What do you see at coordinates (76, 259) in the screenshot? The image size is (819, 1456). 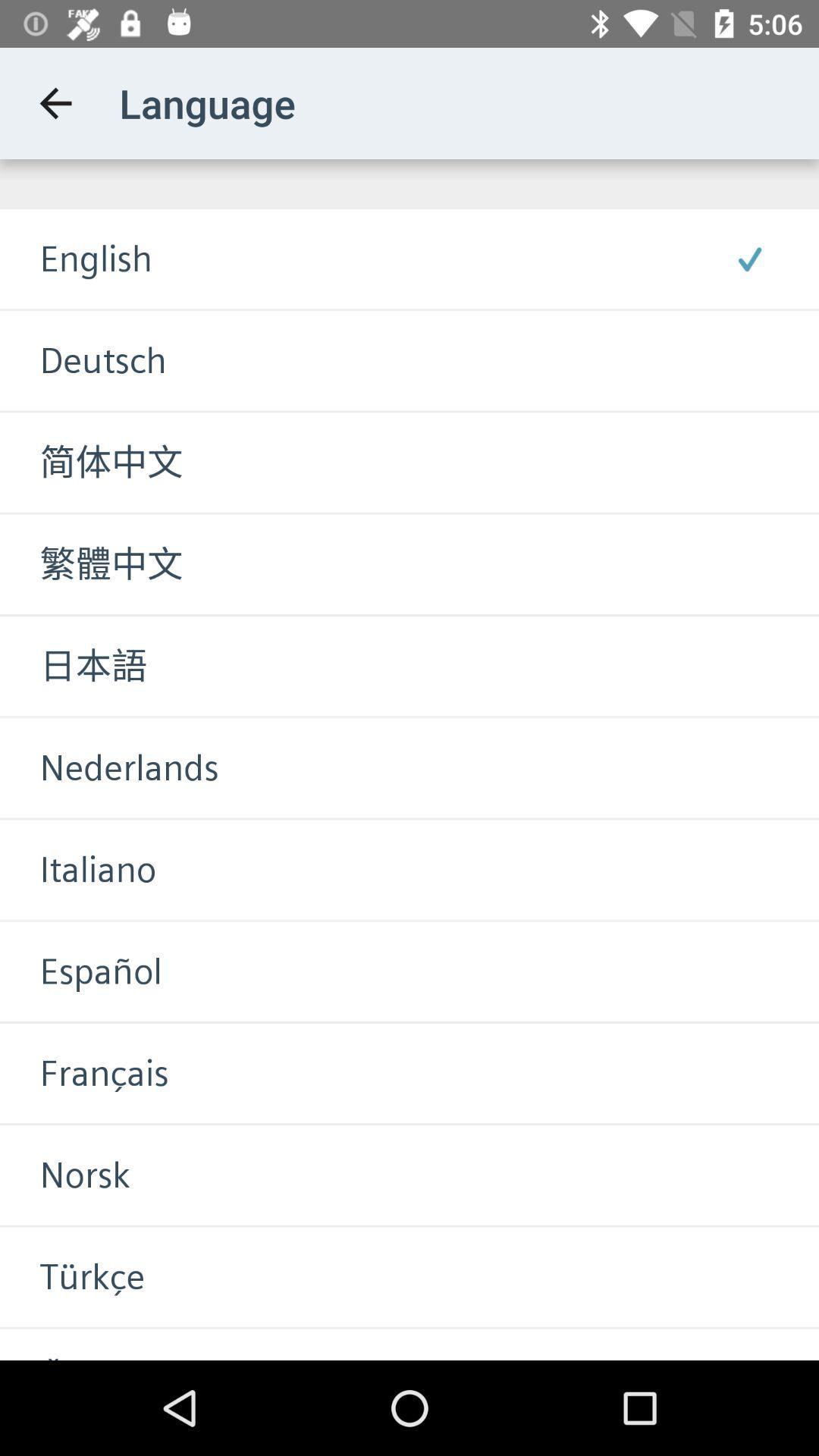 I see `english icon` at bounding box center [76, 259].